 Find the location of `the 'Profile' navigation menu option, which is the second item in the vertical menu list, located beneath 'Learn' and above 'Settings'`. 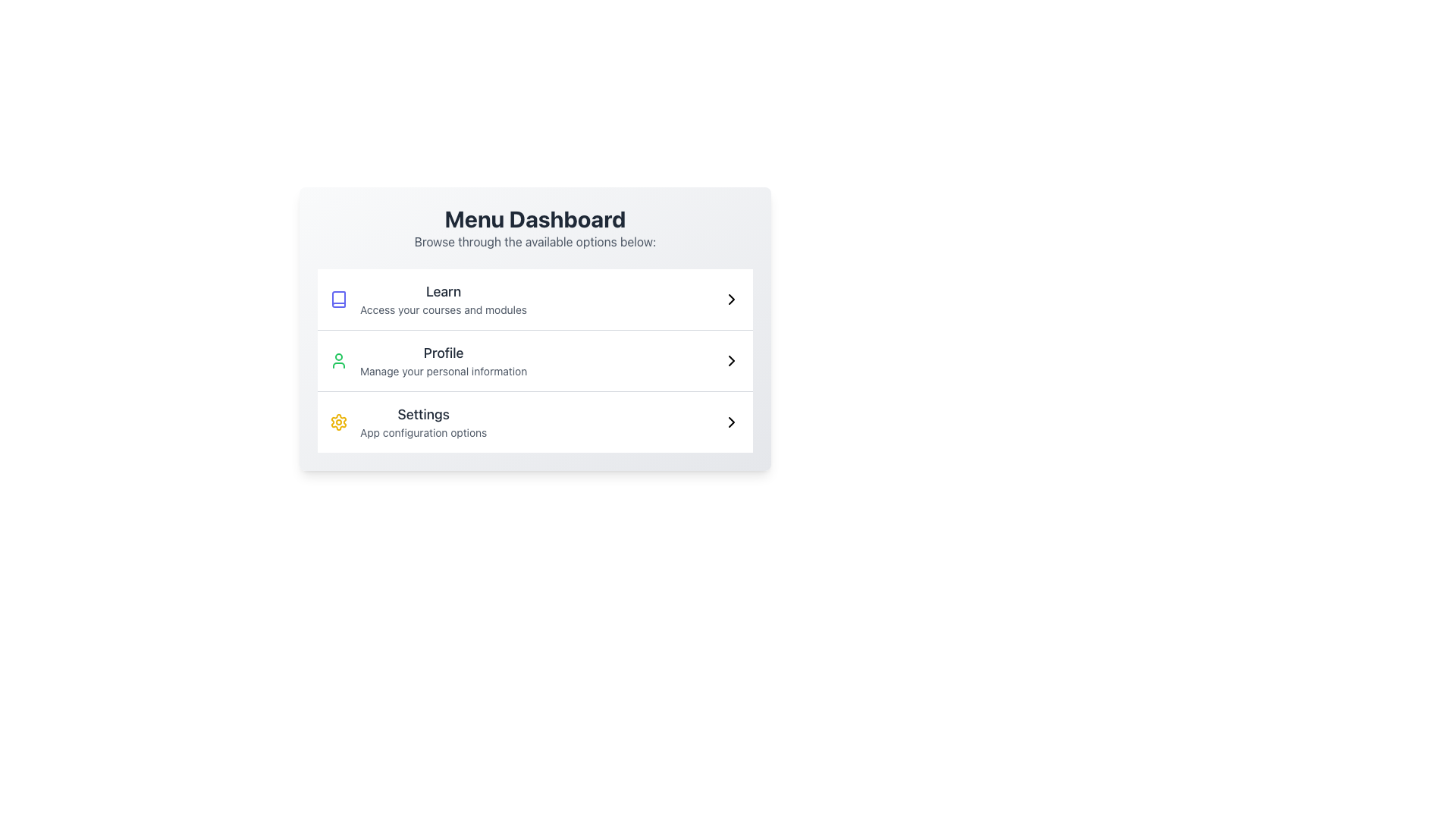

the 'Profile' navigation menu option, which is the second item in the vertical menu list, located beneath 'Learn' and above 'Settings' is located at coordinates (428, 360).